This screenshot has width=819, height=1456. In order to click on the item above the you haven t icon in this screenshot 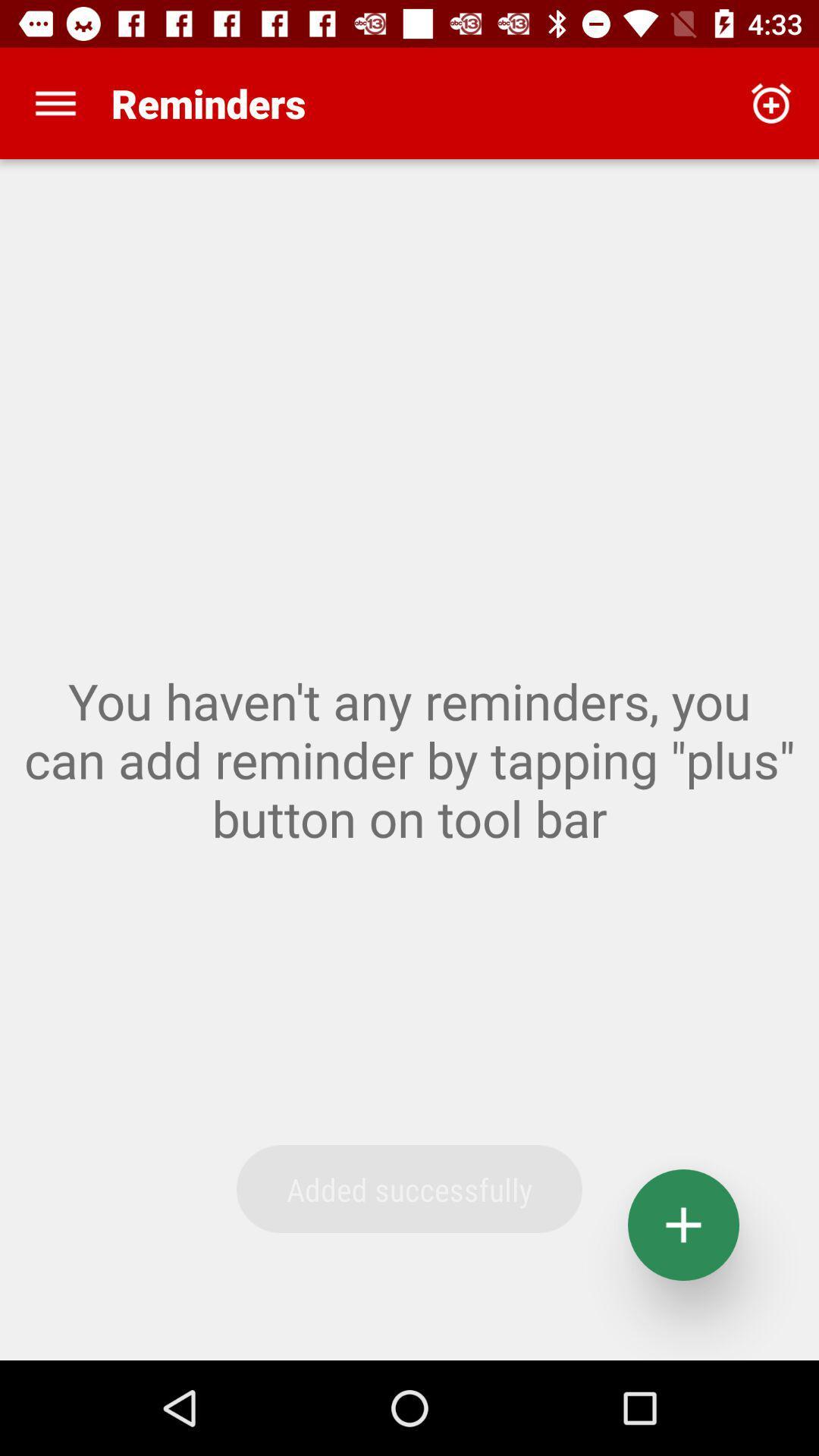, I will do `click(771, 102)`.